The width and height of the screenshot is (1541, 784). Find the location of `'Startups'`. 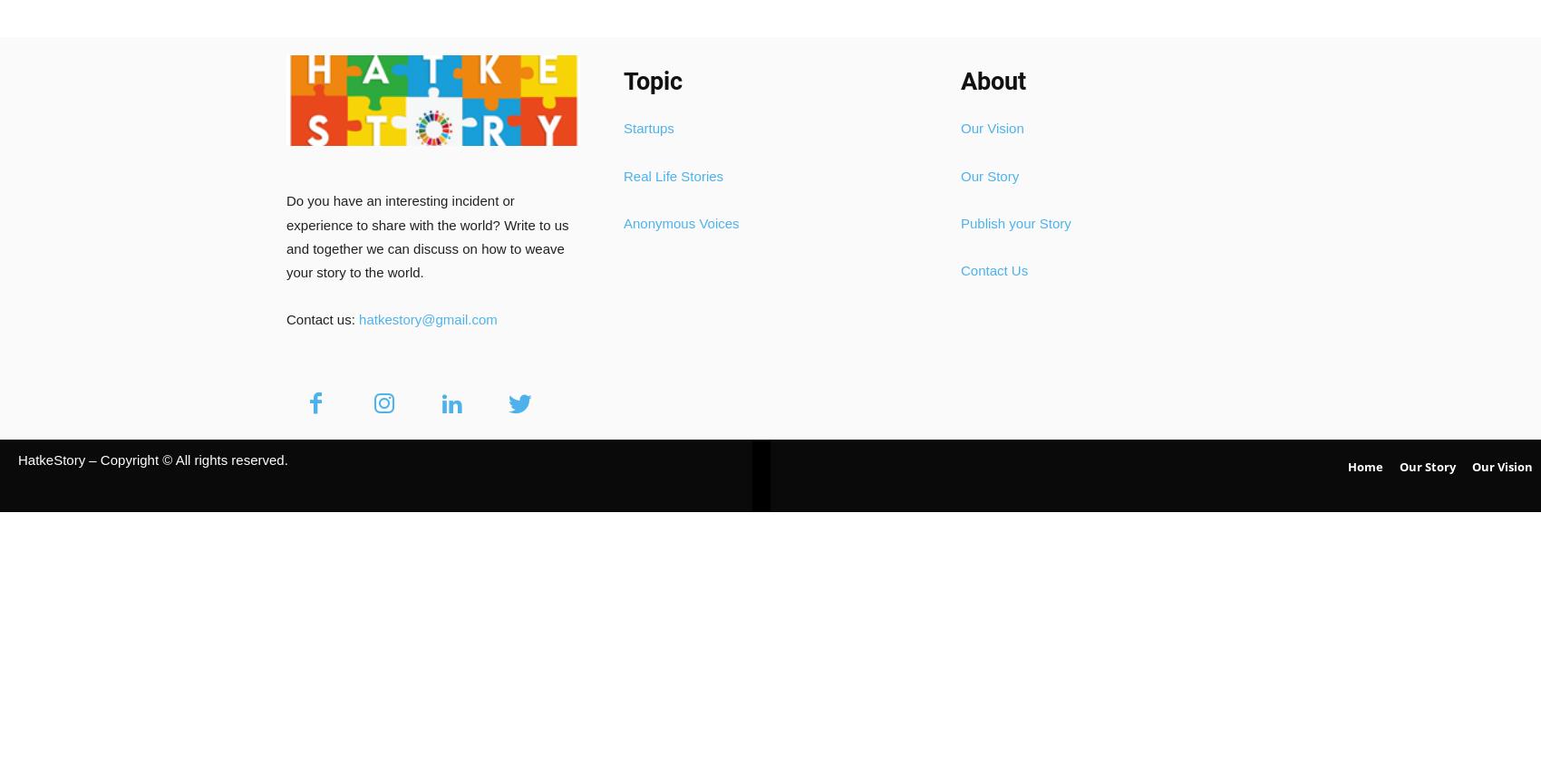

'Startups' is located at coordinates (623, 128).